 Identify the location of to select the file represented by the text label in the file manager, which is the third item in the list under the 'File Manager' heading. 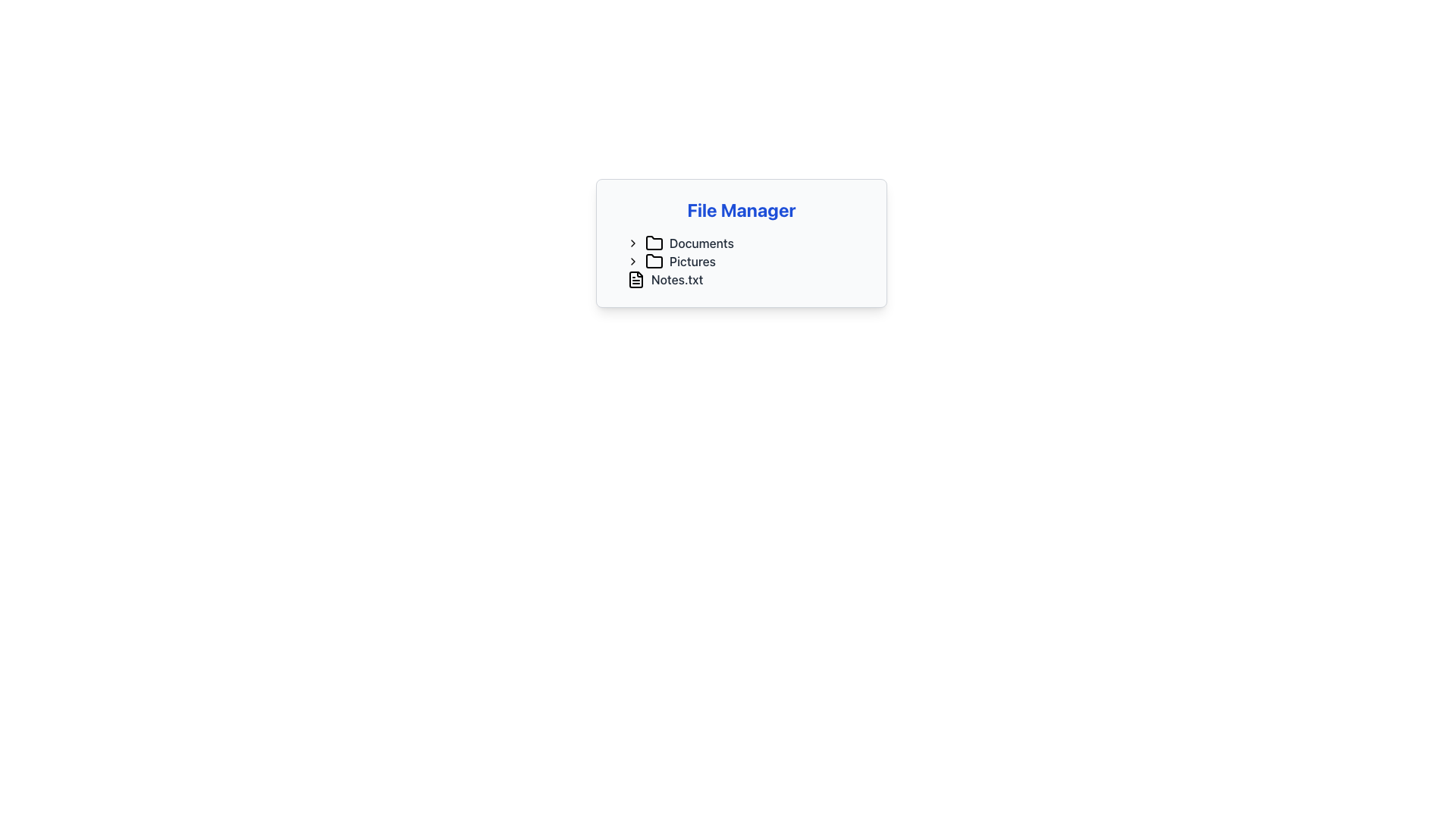
(676, 280).